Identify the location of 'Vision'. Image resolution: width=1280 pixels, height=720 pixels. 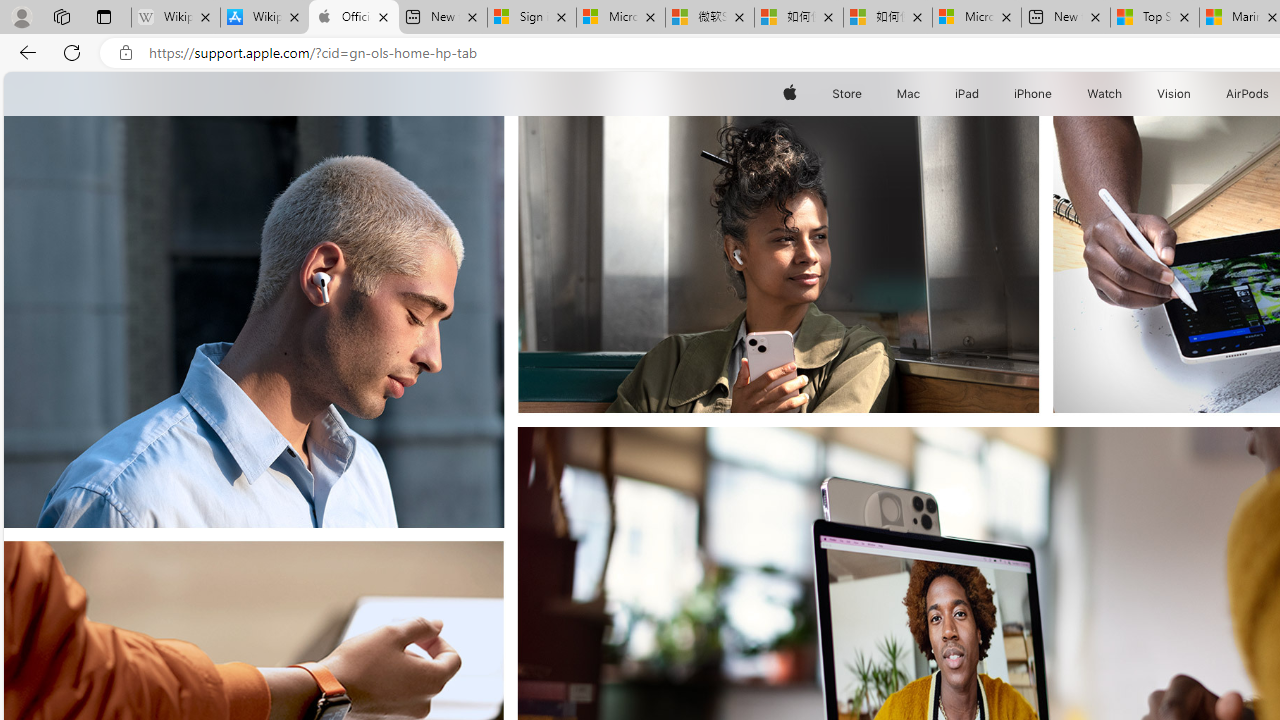
(1175, 93).